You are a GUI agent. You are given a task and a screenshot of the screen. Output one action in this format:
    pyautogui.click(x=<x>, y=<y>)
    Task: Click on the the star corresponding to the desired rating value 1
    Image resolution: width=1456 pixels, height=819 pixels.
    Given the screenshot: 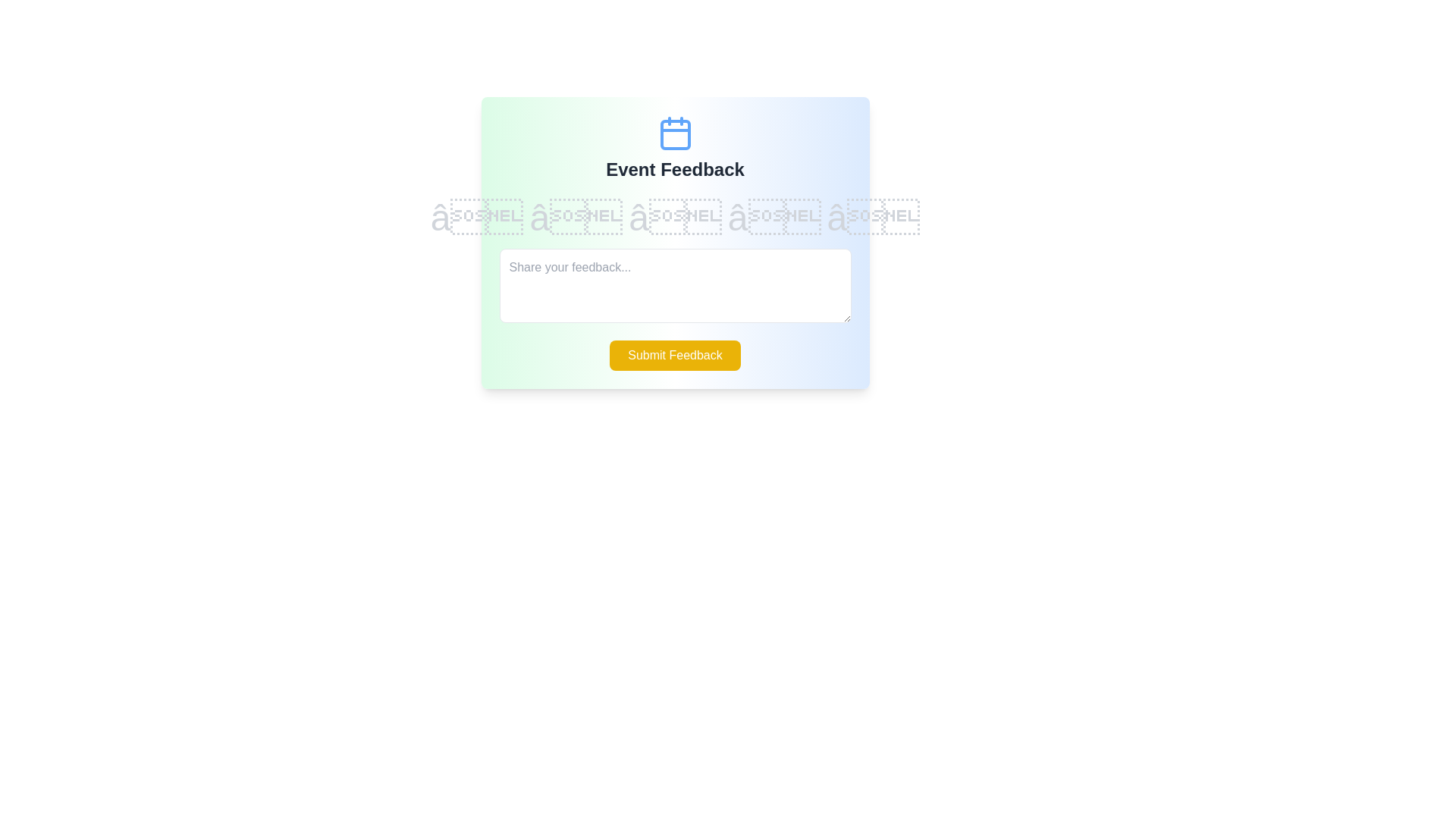 What is the action you would take?
    pyautogui.click(x=476, y=218)
    